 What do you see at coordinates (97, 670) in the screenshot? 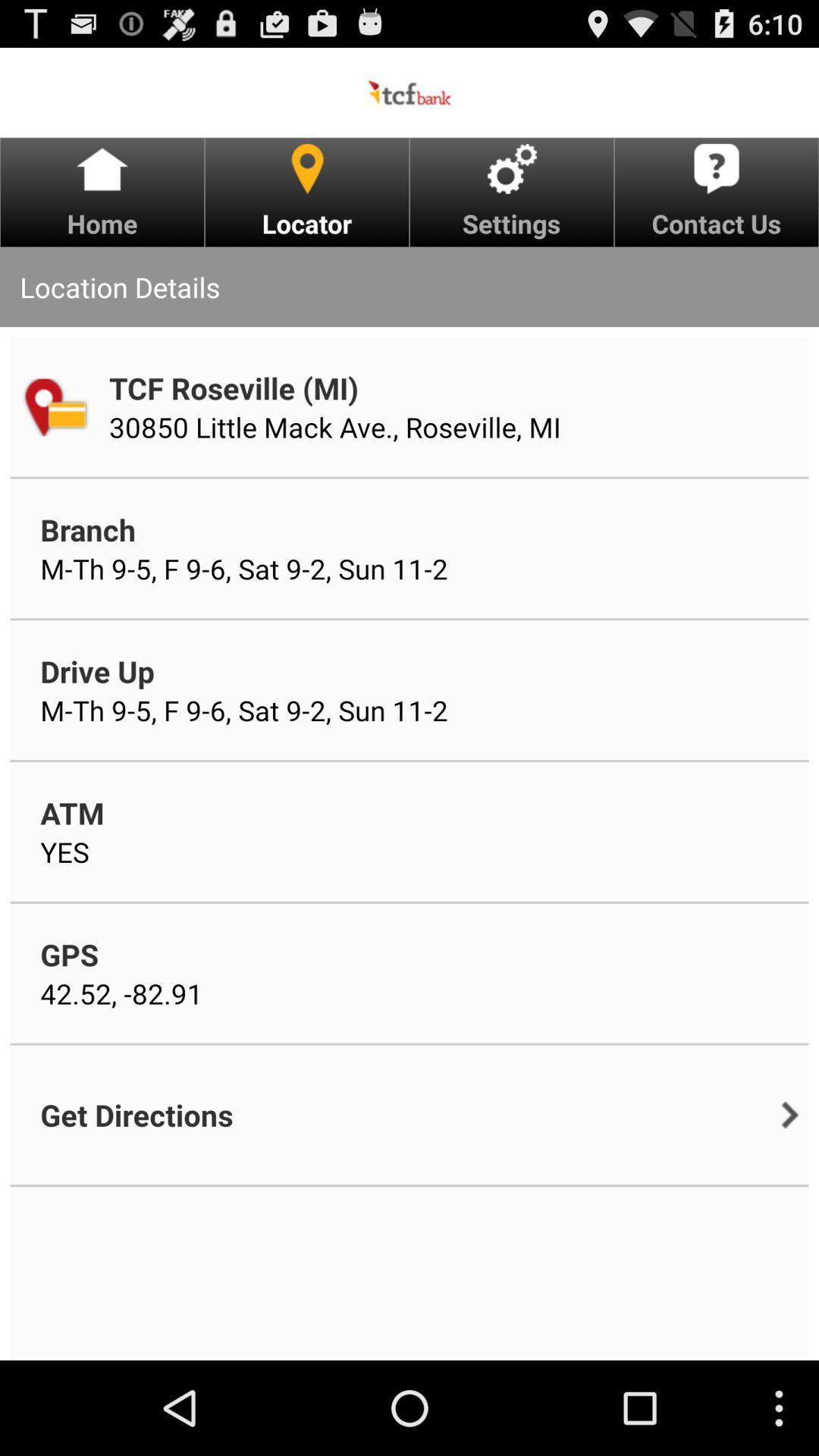
I see `the drive up icon` at bounding box center [97, 670].